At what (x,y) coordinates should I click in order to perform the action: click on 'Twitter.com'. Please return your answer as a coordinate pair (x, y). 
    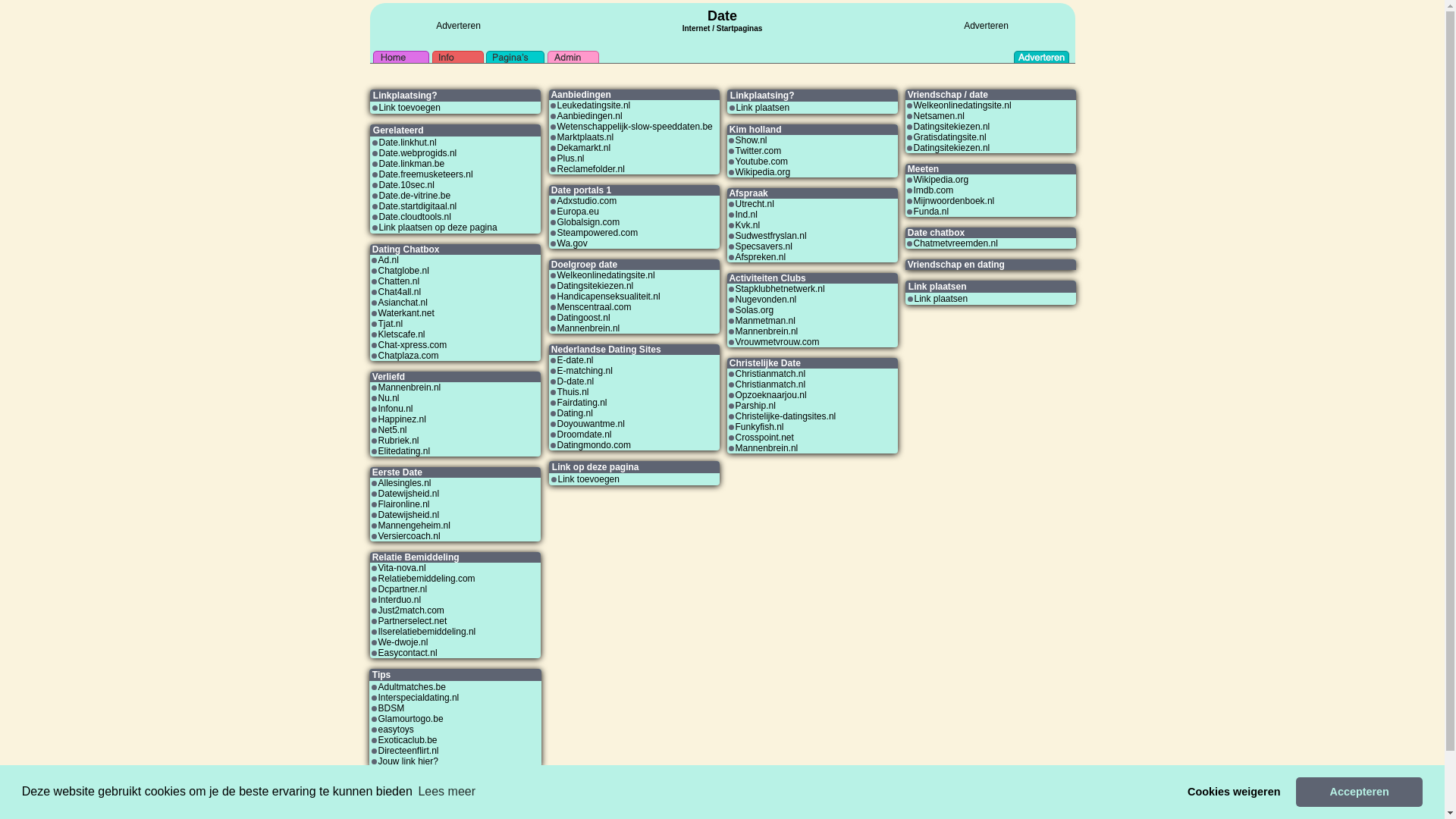
    Looking at the image, I should click on (758, 151).